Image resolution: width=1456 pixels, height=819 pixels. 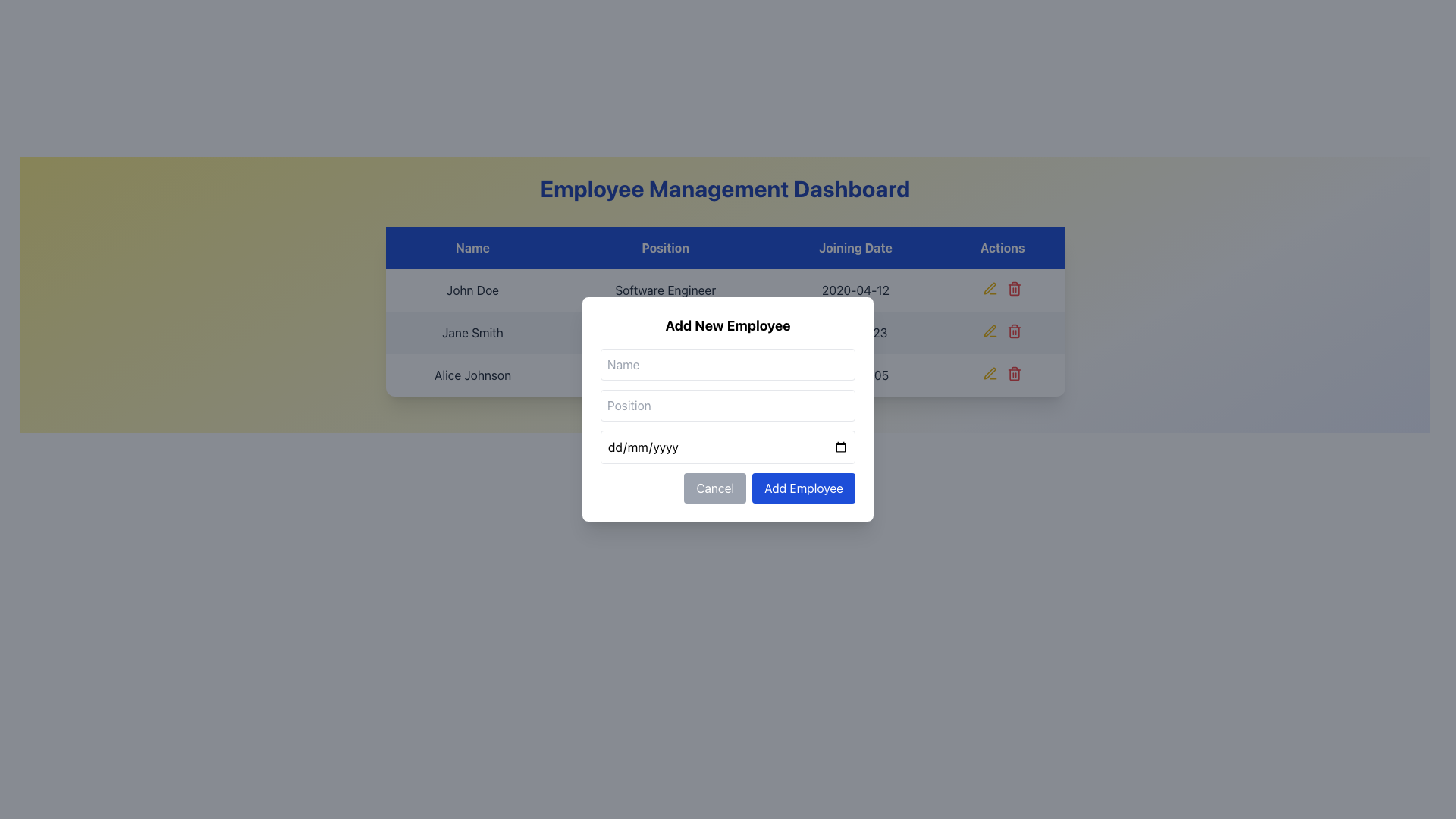 What do you see at coordinates (990, 330) in the screenshot?
I see `the pencil-shaped icon in the Actions column of the second row, corresponding to the entry 'Jane Smith'` at bounding box center [990, 330].